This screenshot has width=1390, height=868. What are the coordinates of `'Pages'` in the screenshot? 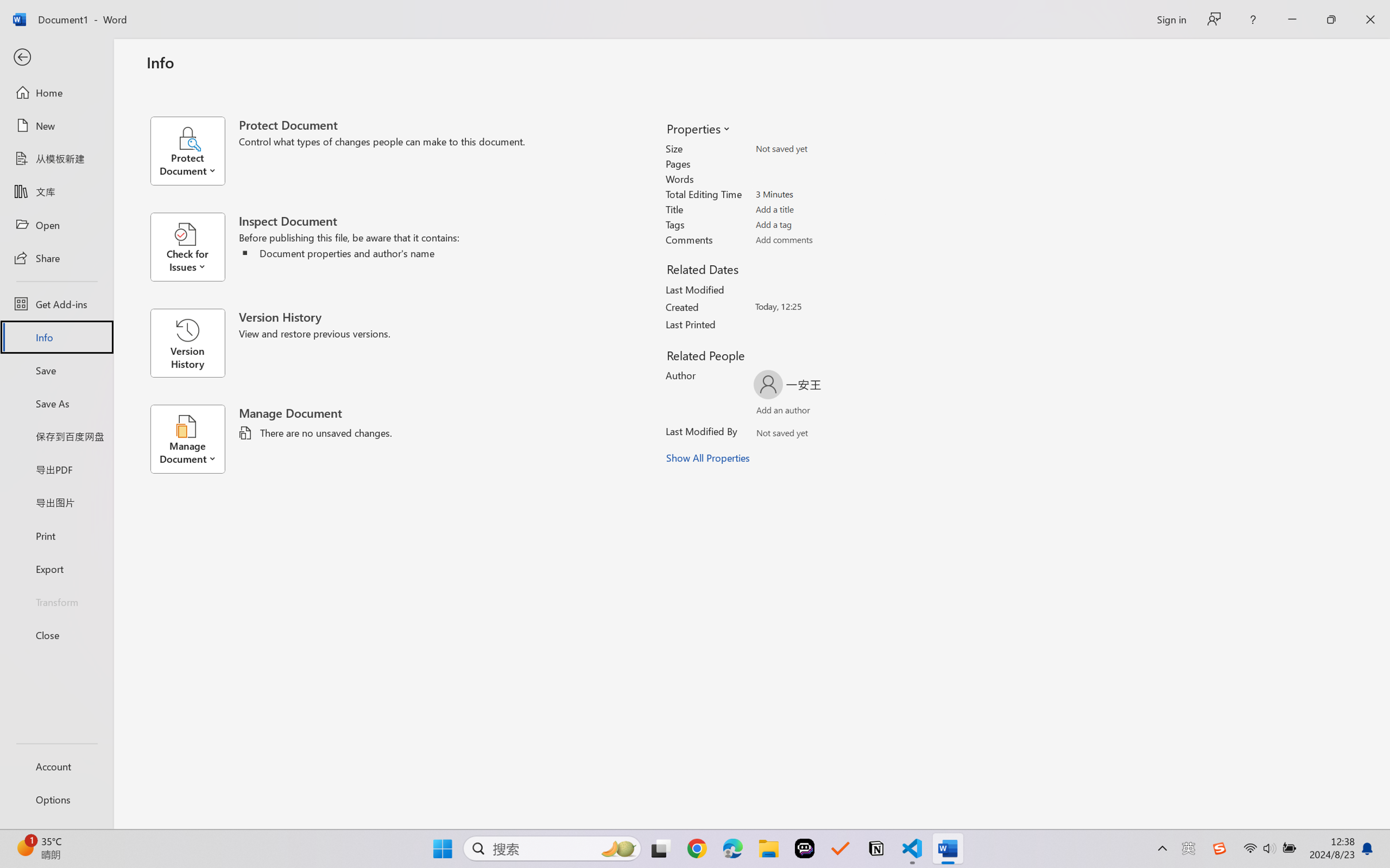 It's located at (819, 163).